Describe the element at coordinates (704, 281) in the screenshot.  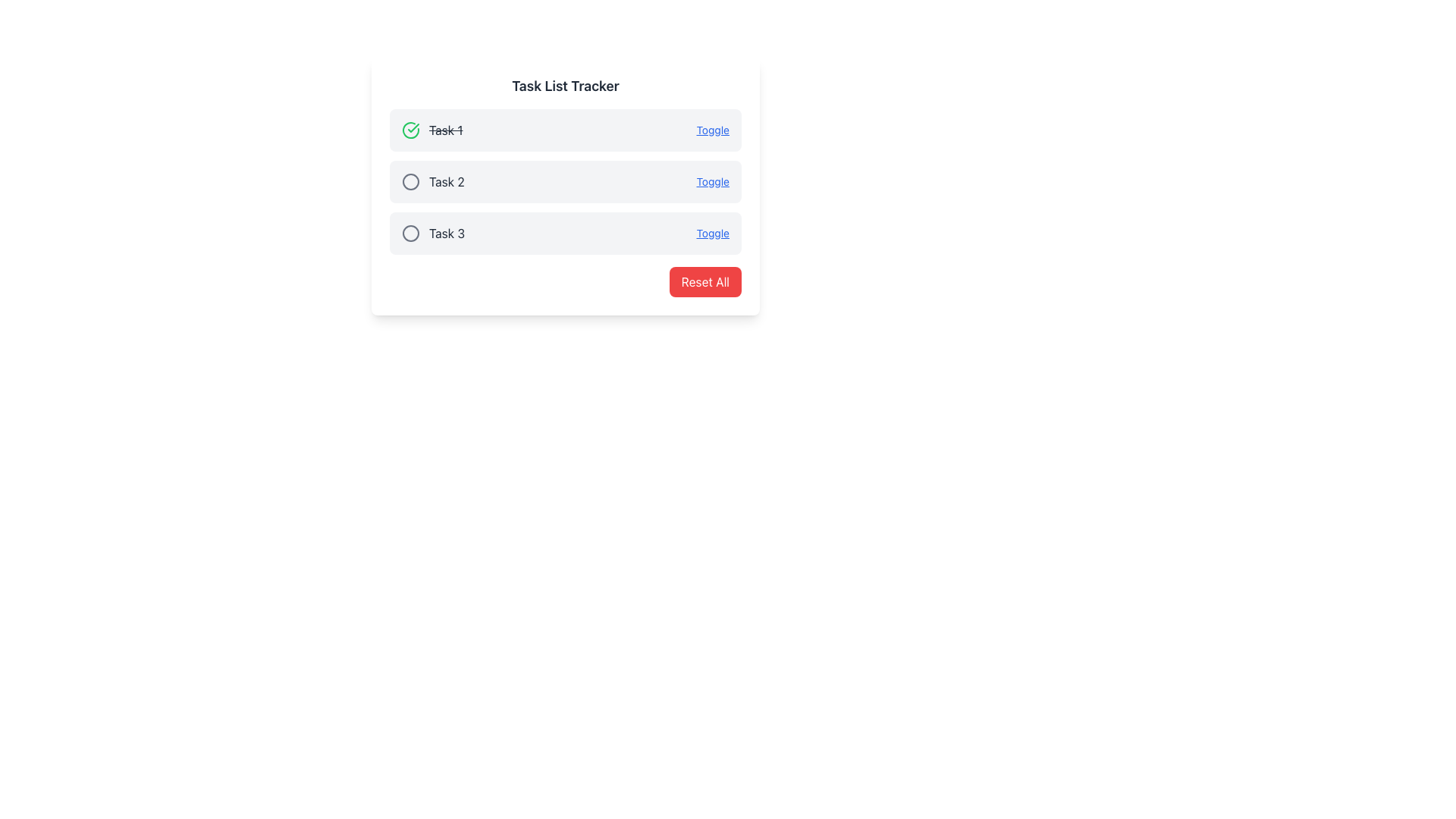
I see `the red 'Reset All' button located at the bottom-right section of the interface to reset all tasks` at that location.